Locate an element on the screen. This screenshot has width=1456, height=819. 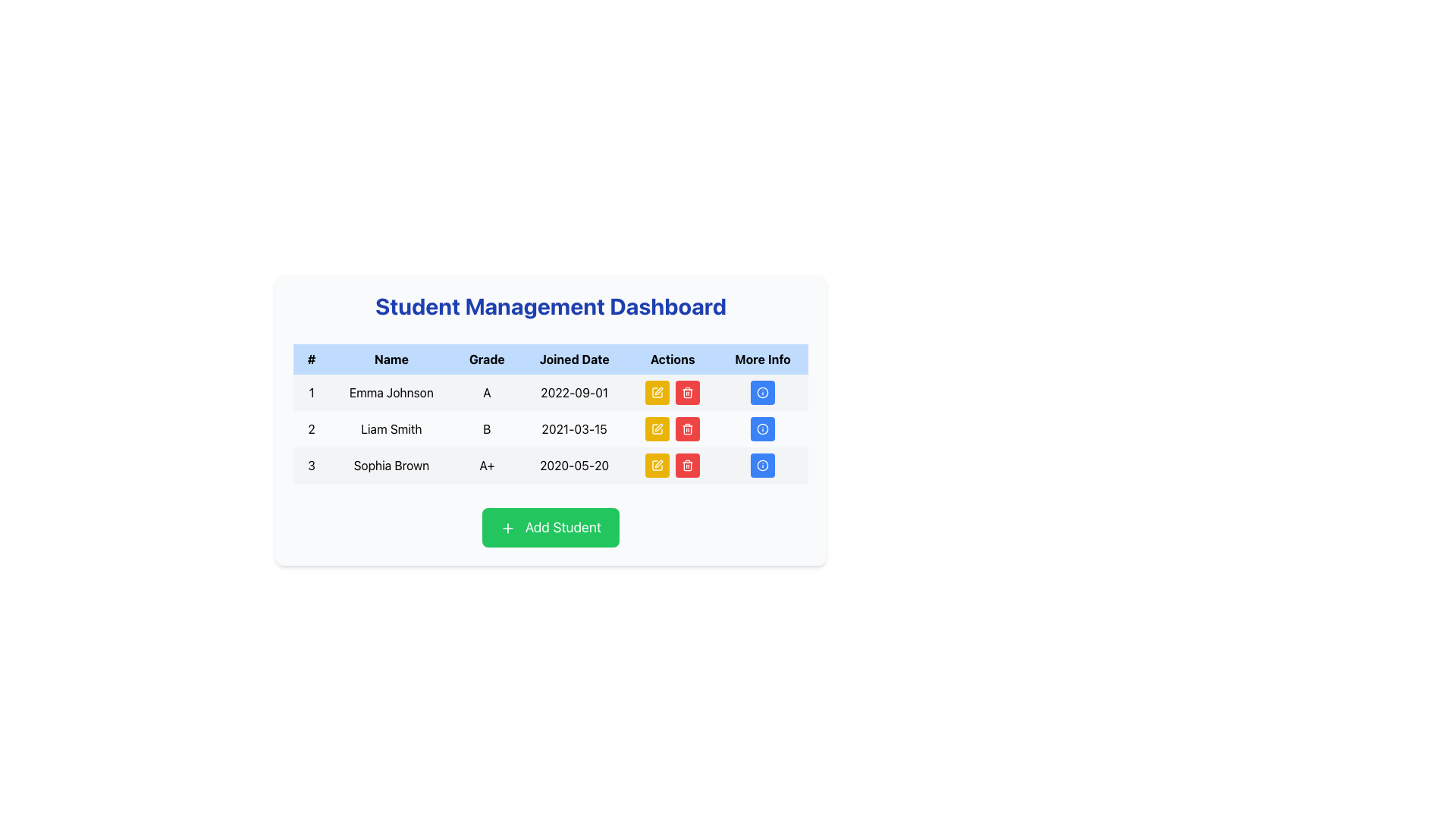
the delete icon button in the Actions column for Sophia Brown is located at coordinates (687, 464).